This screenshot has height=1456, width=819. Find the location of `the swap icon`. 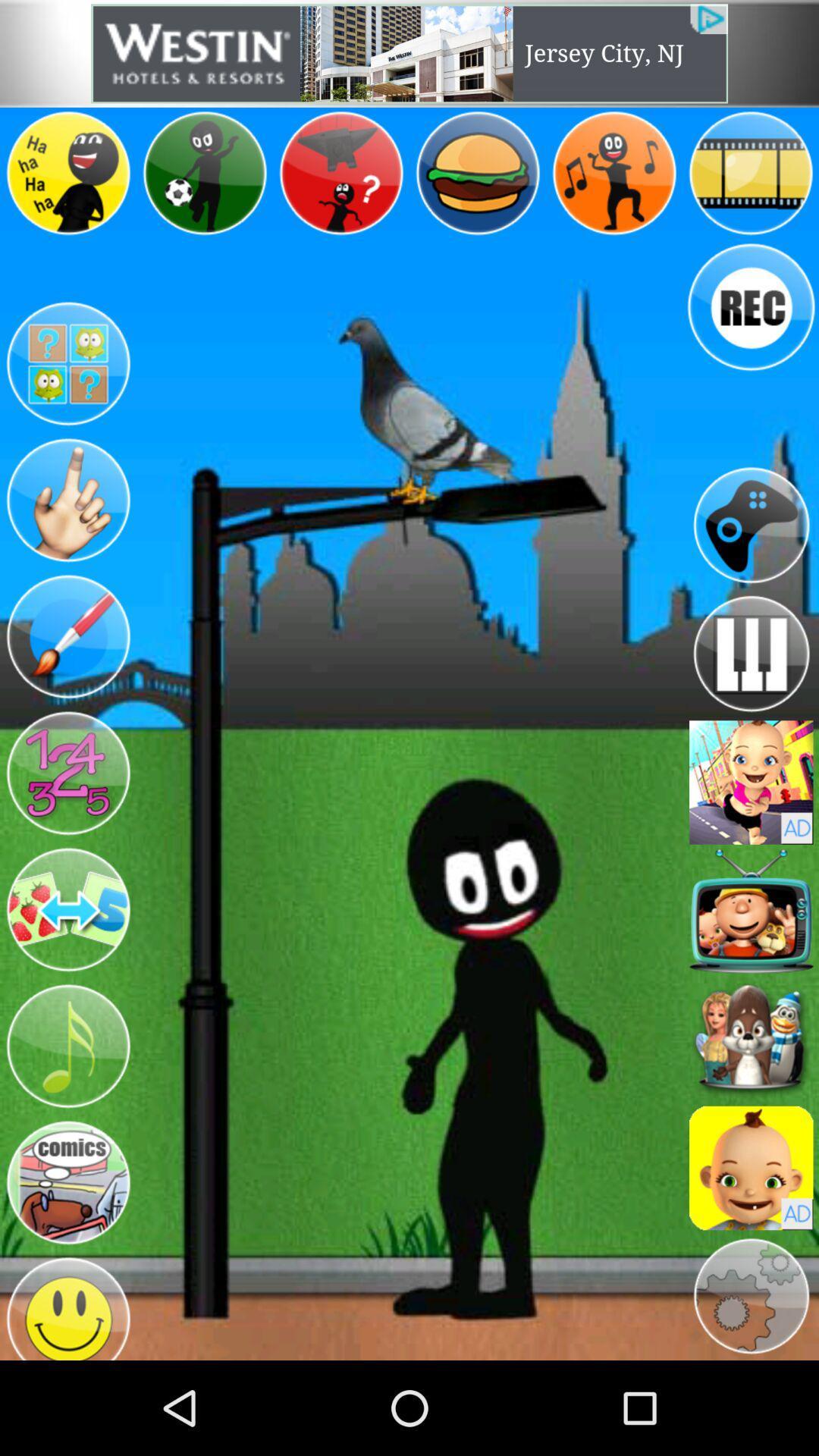

the swap icon is located at coordinates (67, 974).